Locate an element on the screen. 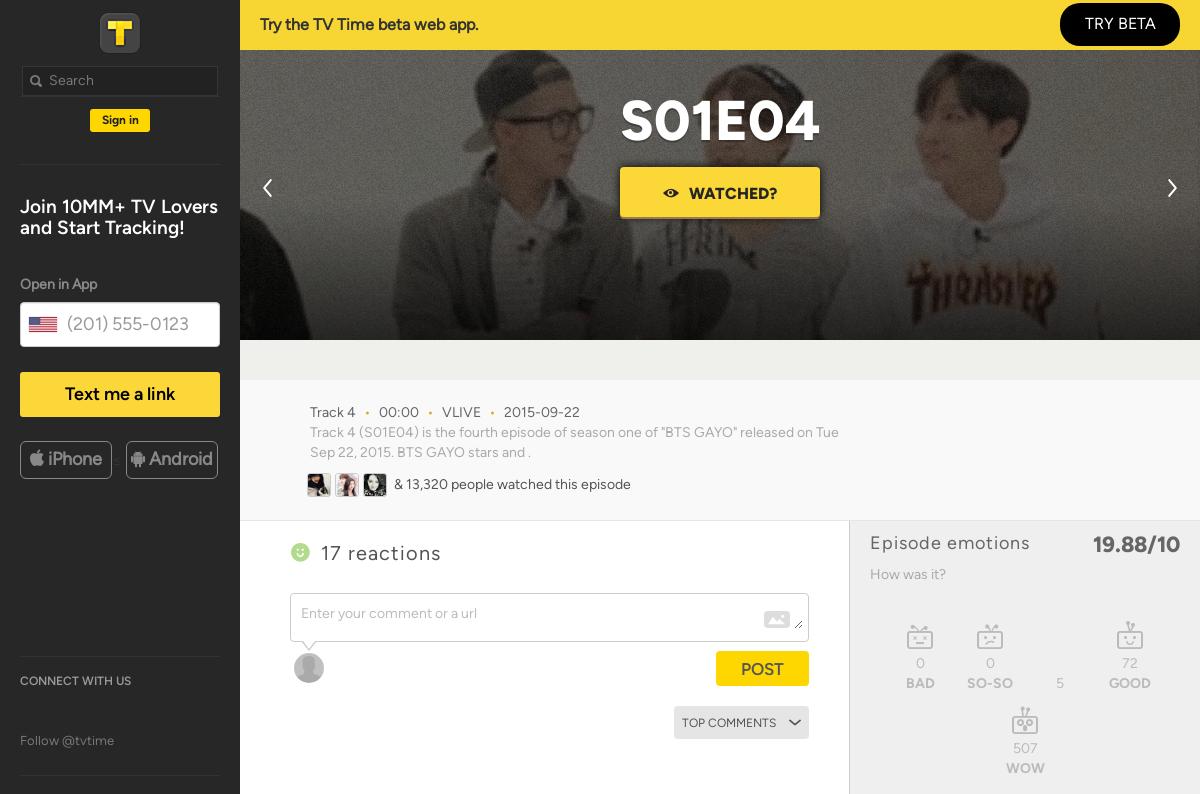 The width and height of the screenshot is (1200, 794). 'VLIVE' is located at coordinates (460, 411).